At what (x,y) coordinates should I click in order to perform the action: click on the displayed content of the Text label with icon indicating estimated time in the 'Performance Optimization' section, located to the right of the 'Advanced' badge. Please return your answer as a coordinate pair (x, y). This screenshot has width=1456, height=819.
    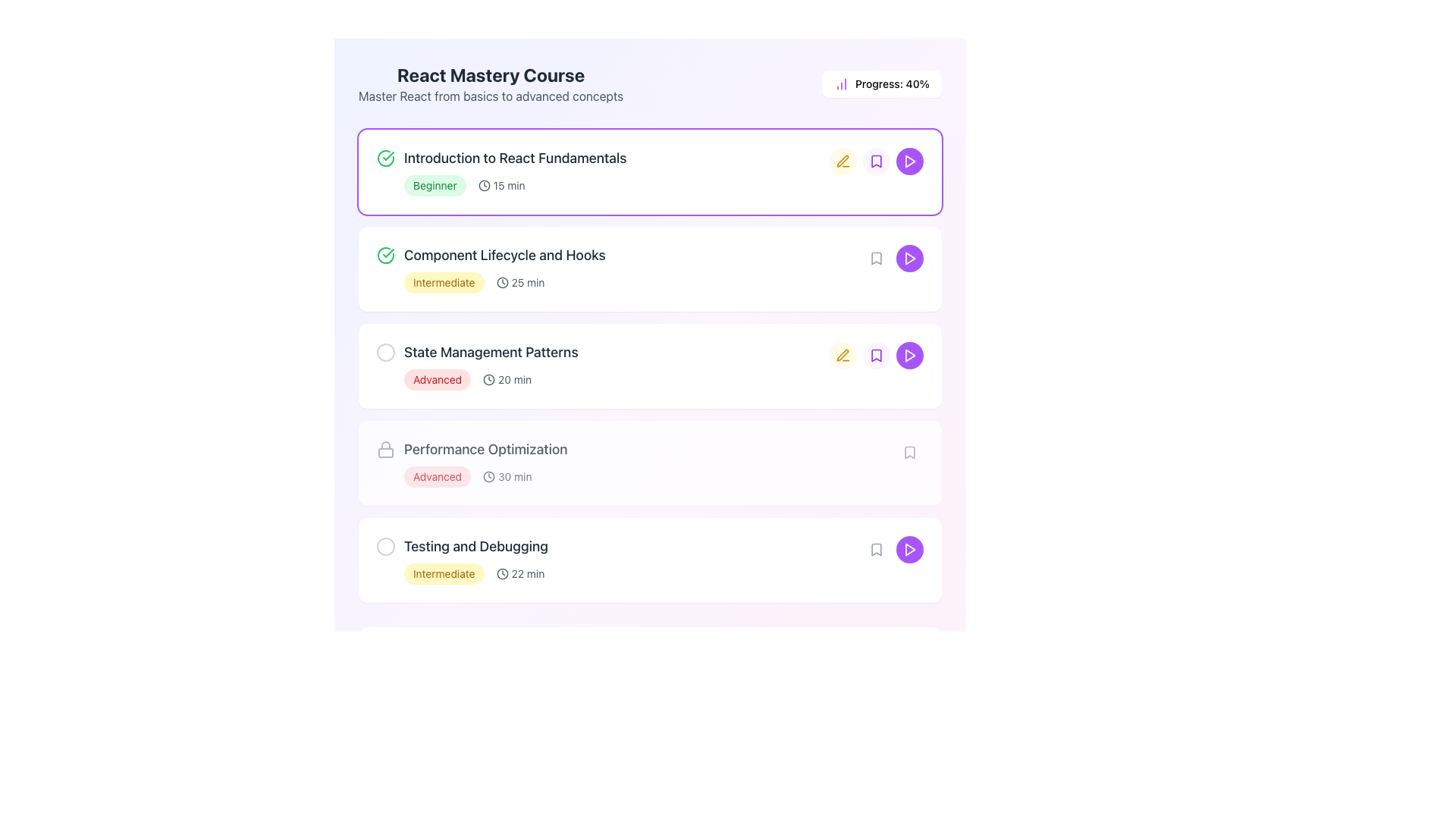
    Looking at the image, I should click on (507, 475).